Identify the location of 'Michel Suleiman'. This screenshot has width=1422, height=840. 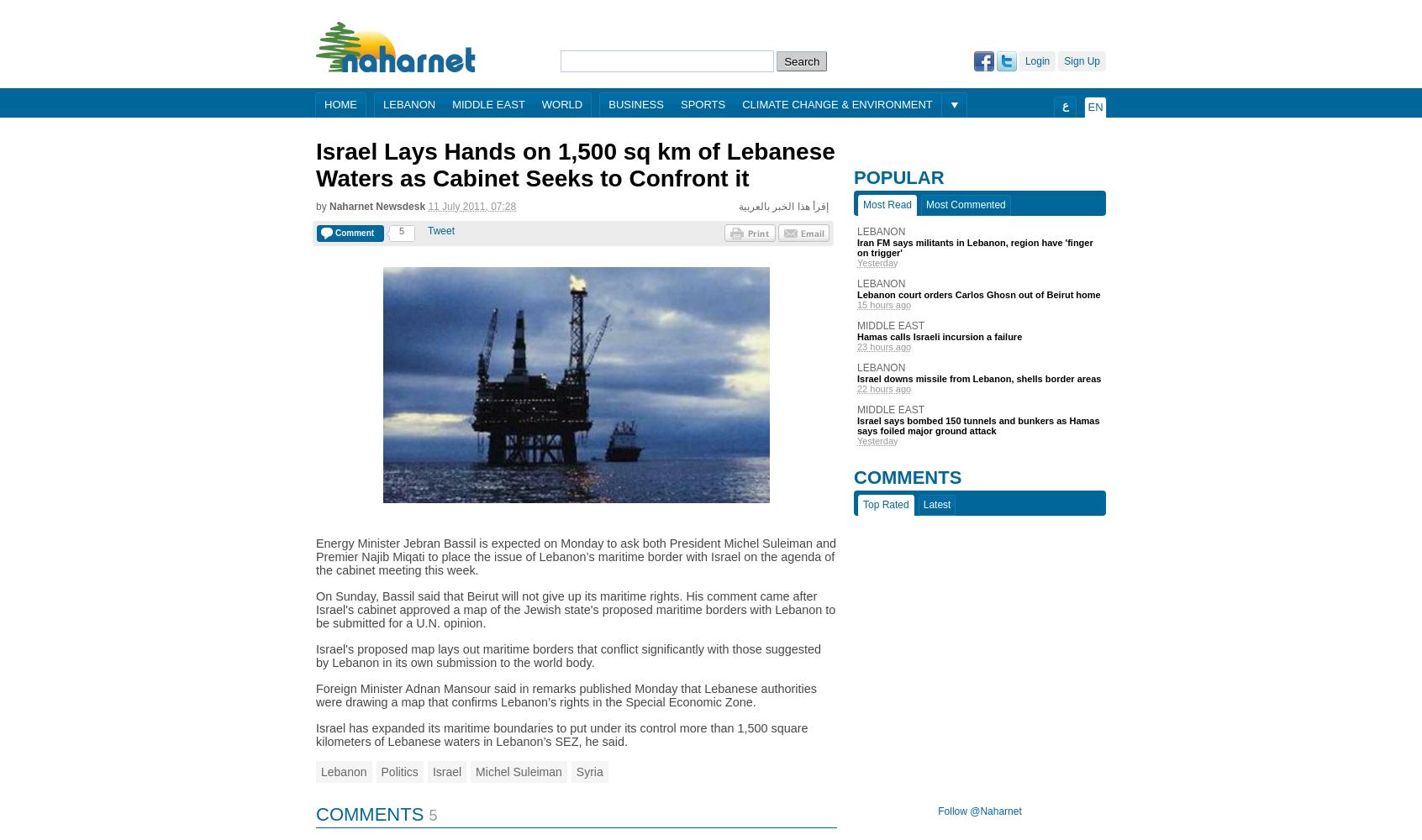
(518, 771).